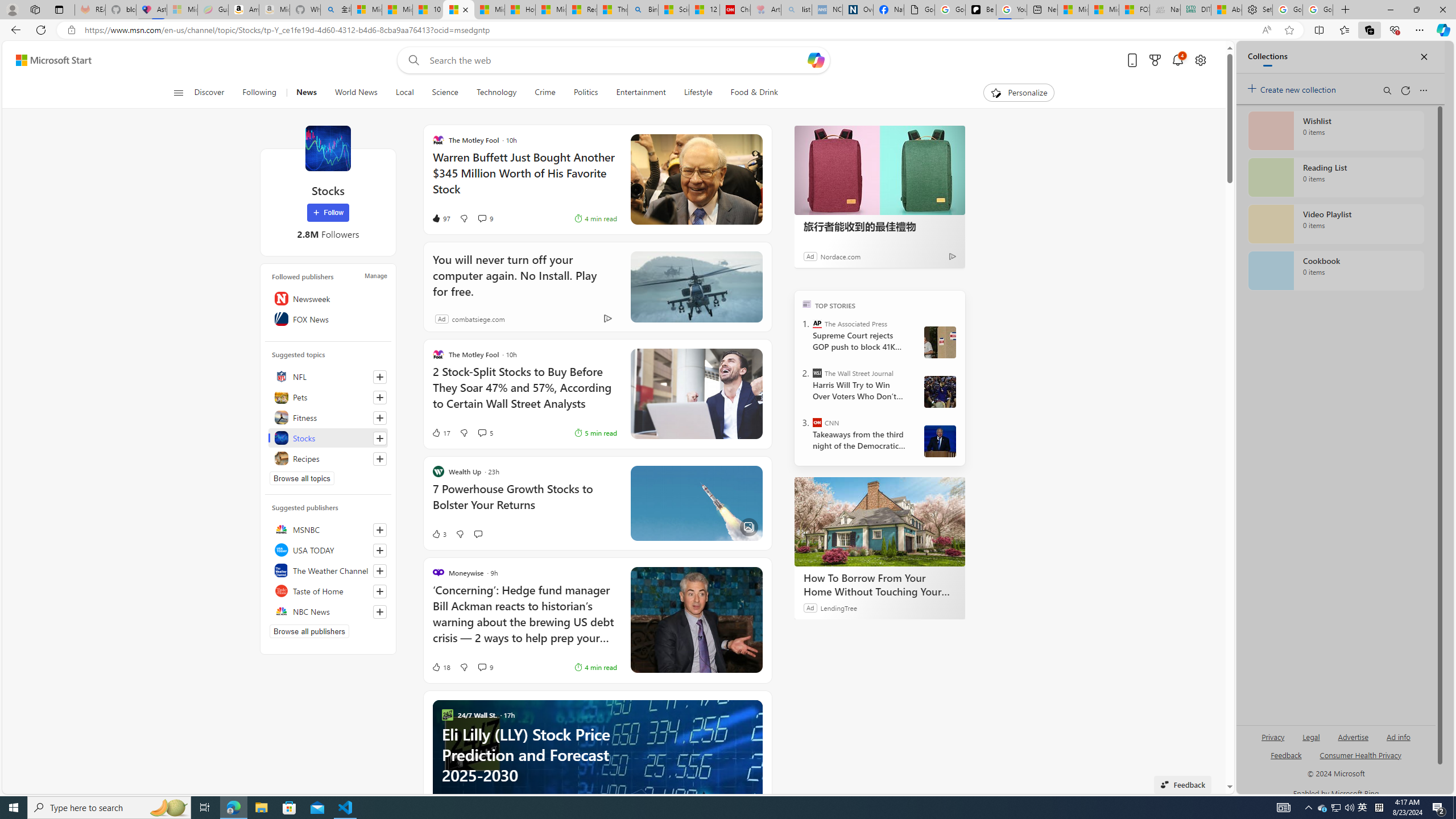  Describe the element at coordinates (327, 298) in the screenshot. I see `'Newsweek'` at that location.